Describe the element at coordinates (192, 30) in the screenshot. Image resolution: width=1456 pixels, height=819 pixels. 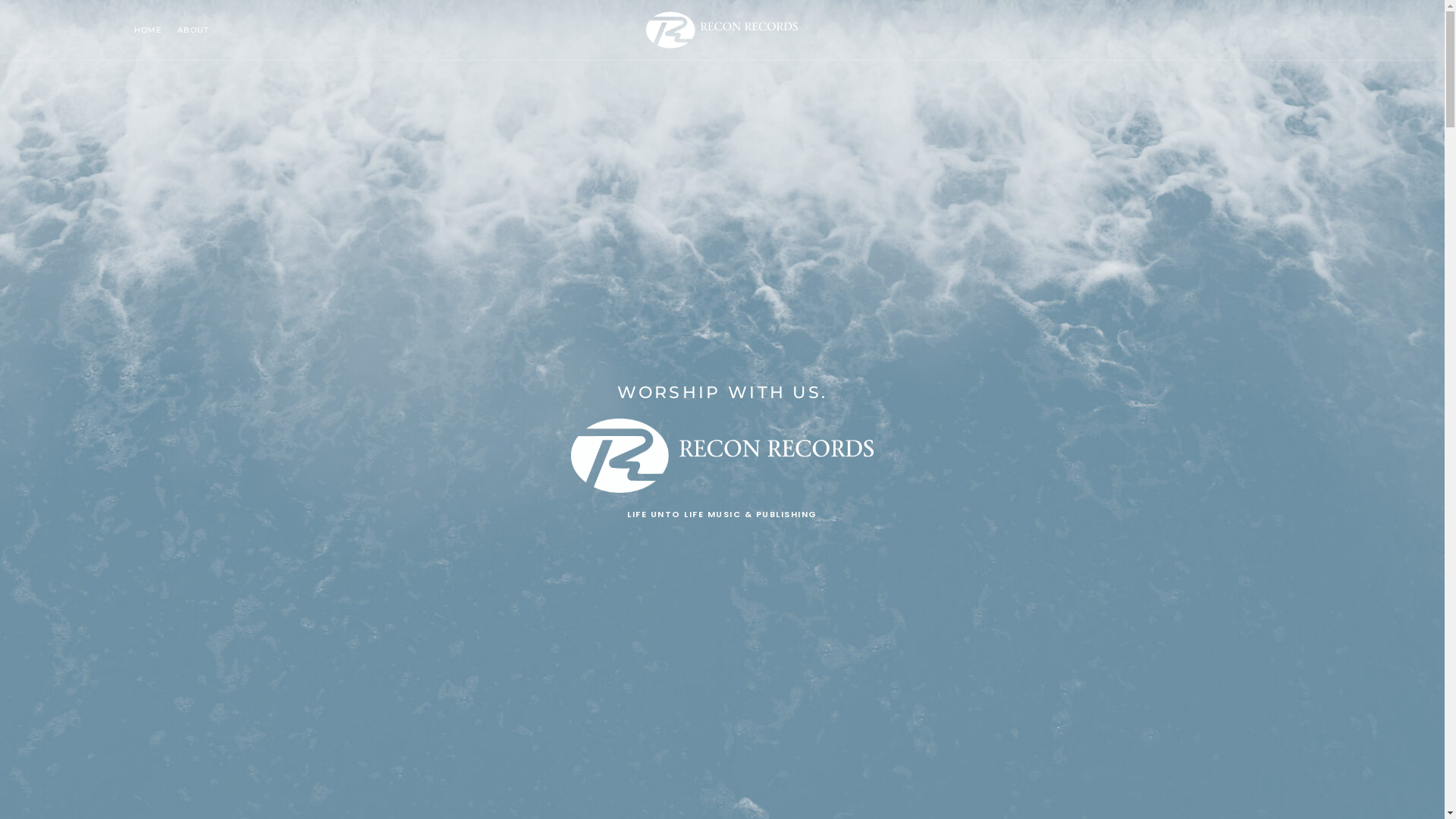
I see `'ABOUT'` at that location.